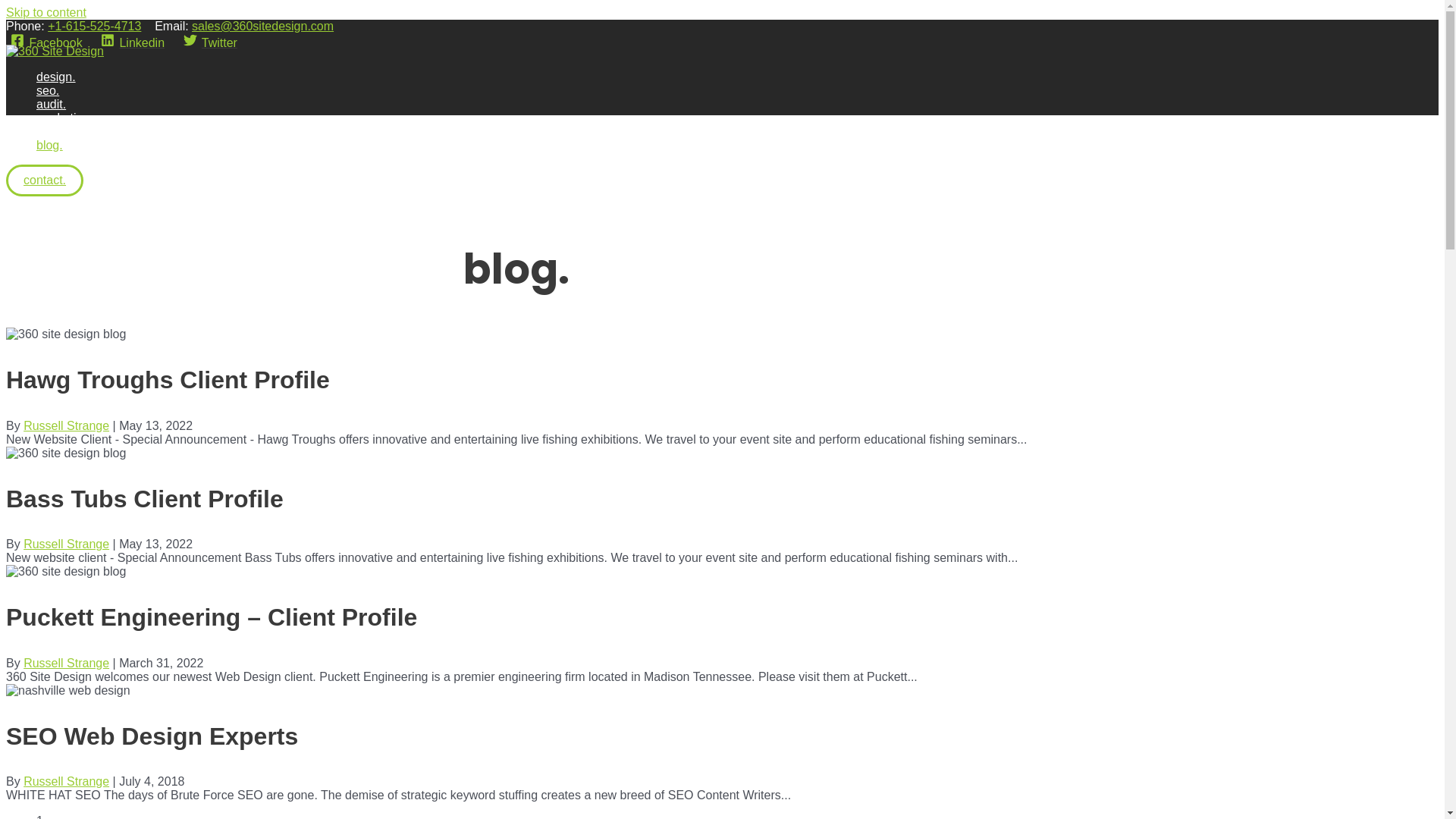  I want to click on 'contact.', so click(44, 180).